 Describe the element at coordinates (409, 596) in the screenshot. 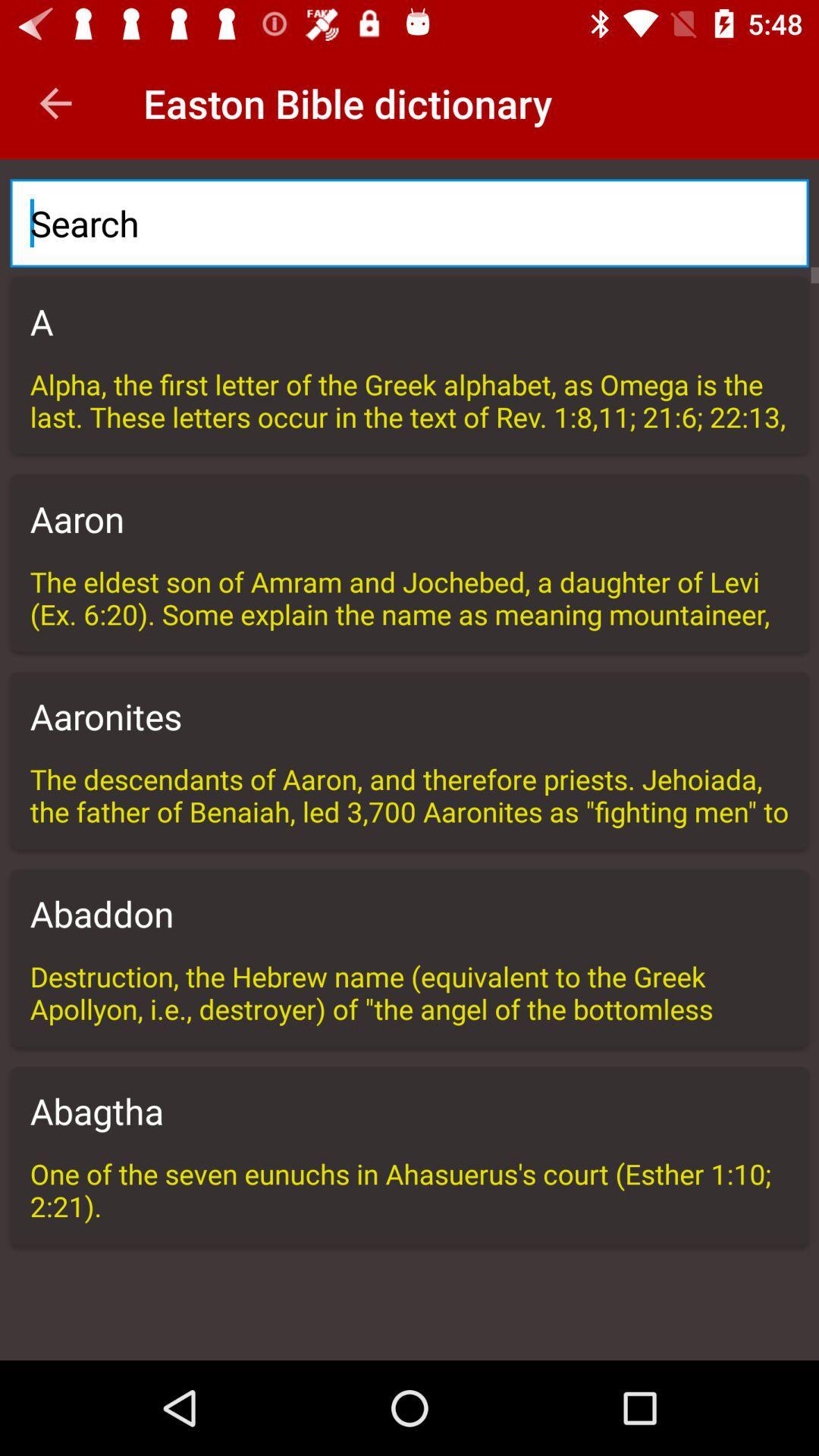

I see `the the eldest son icon` at that location.